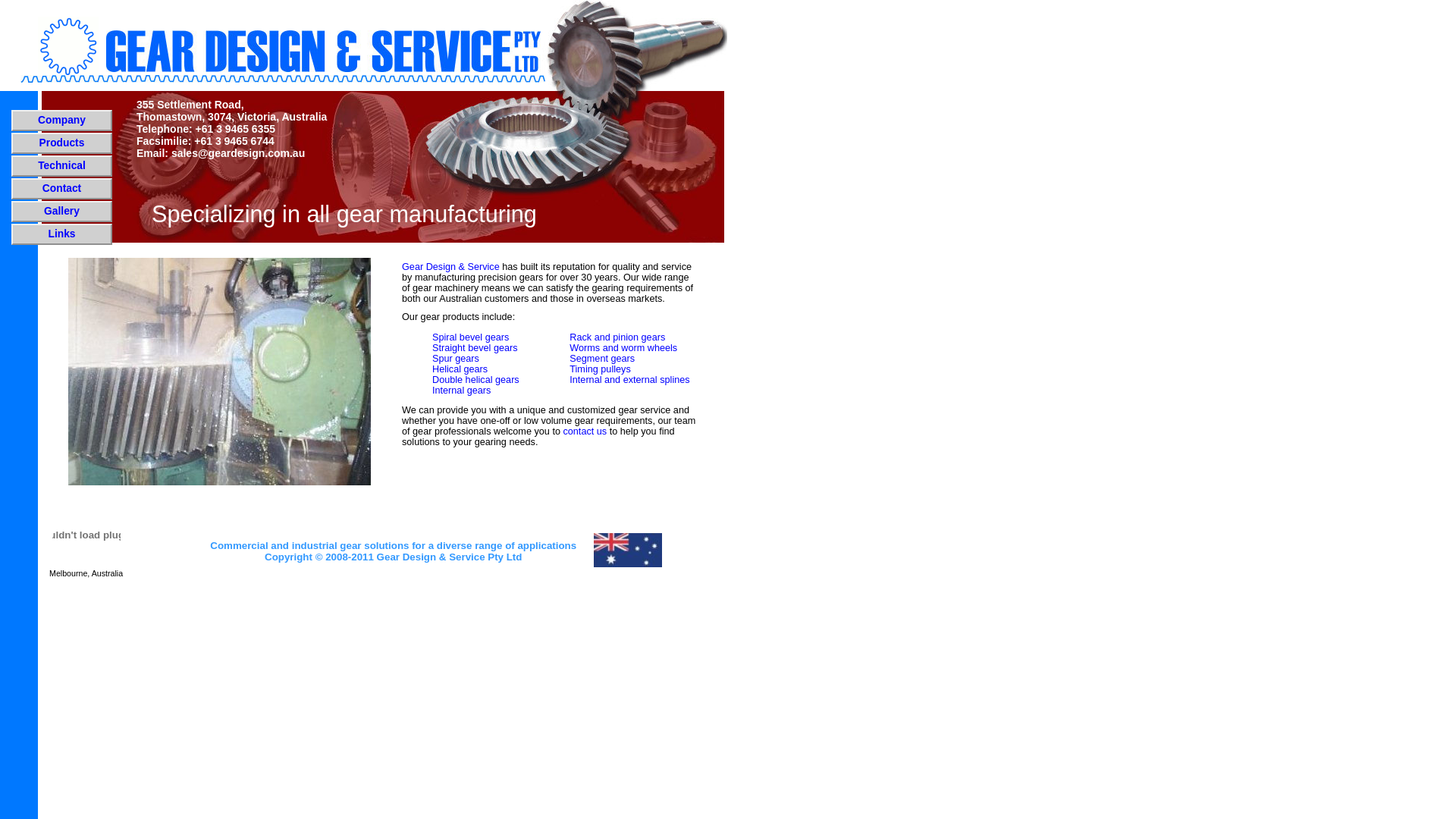  I want to click on 'Internal gears', so click(460, 390).